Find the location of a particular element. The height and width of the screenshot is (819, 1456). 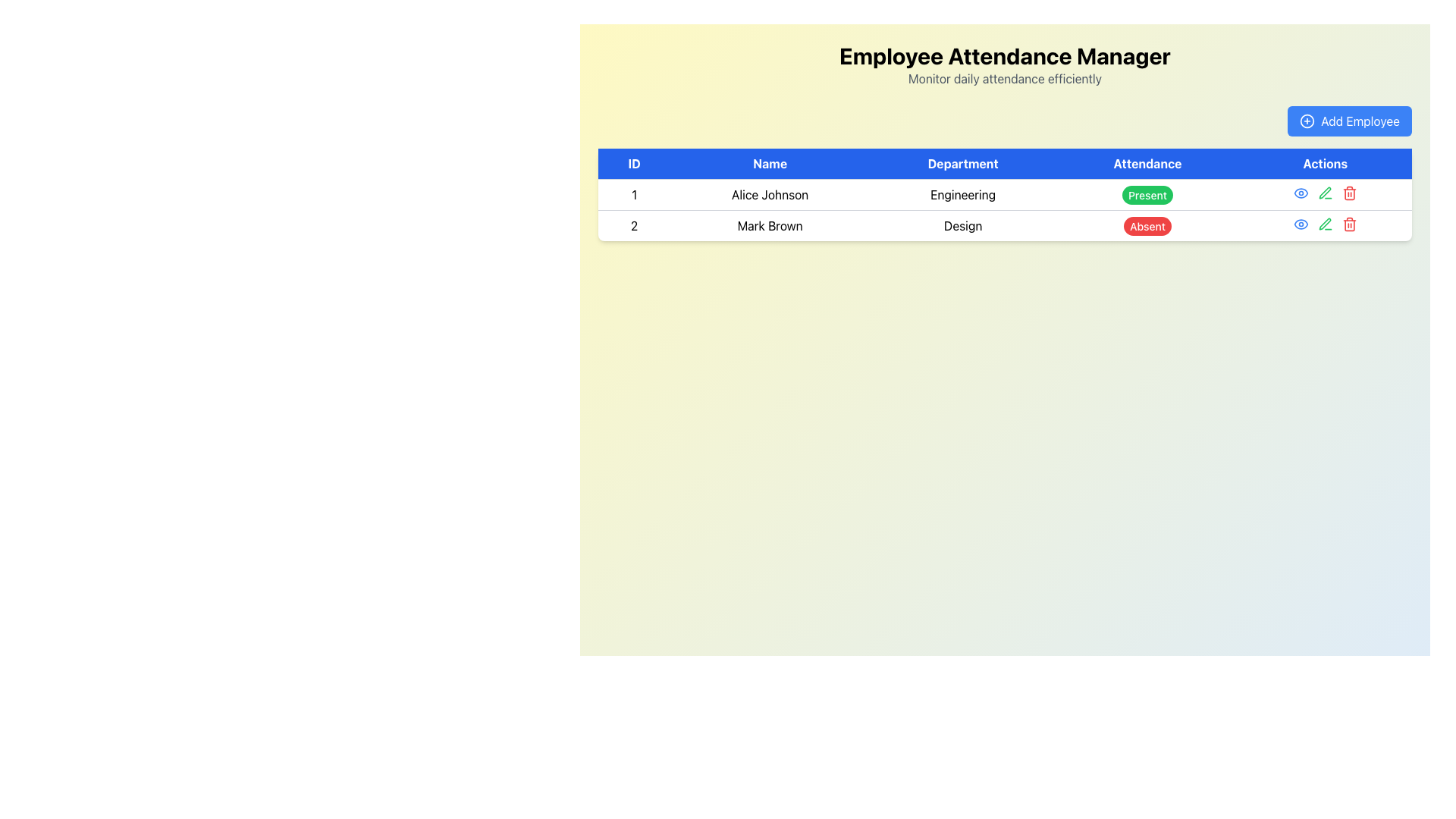

the first icon button in the second row's 'Actions' column of the table is located at coordinates (1300, 192).